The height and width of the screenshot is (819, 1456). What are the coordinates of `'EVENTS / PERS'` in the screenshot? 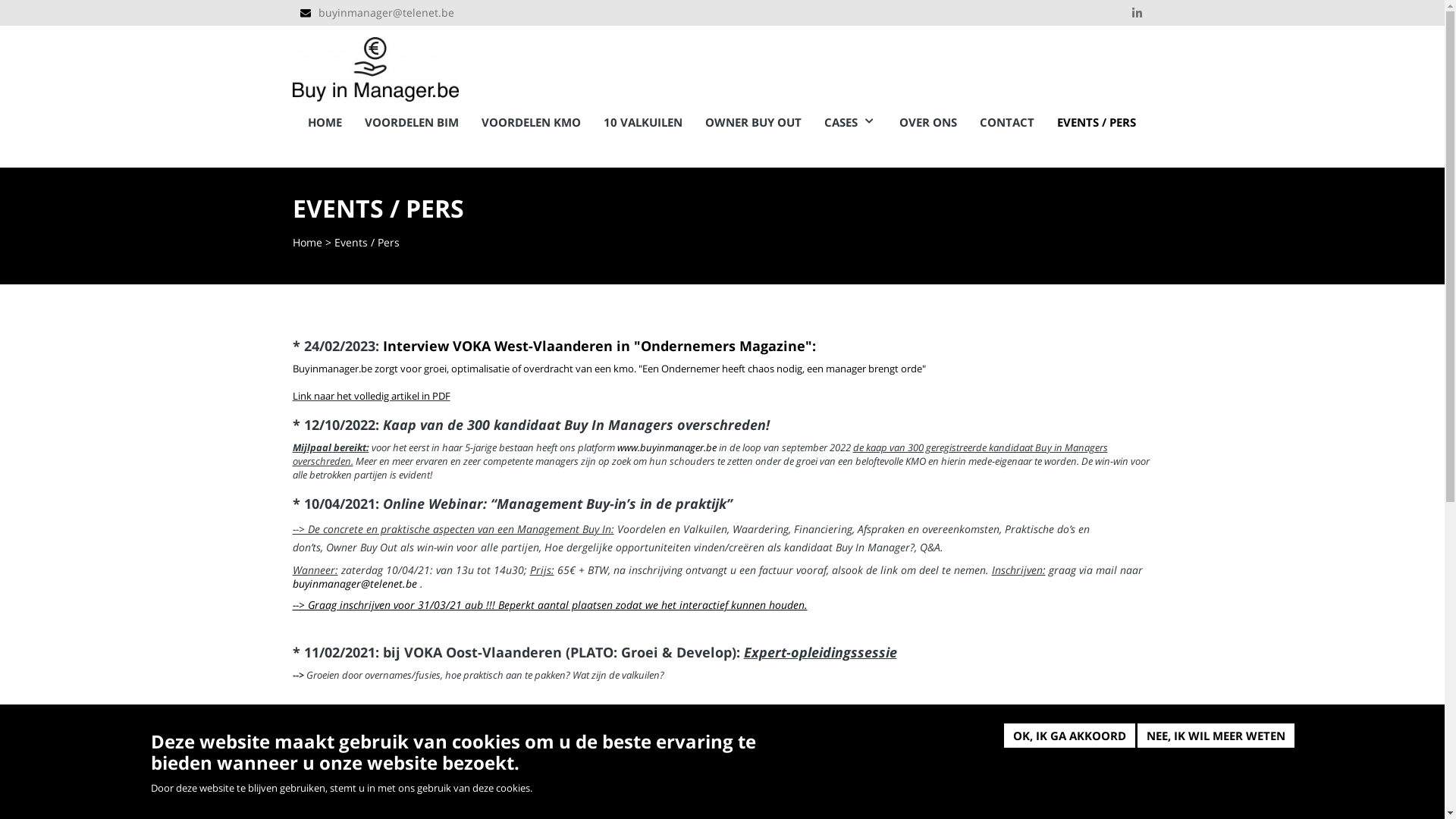 It's located at (1096, 121).